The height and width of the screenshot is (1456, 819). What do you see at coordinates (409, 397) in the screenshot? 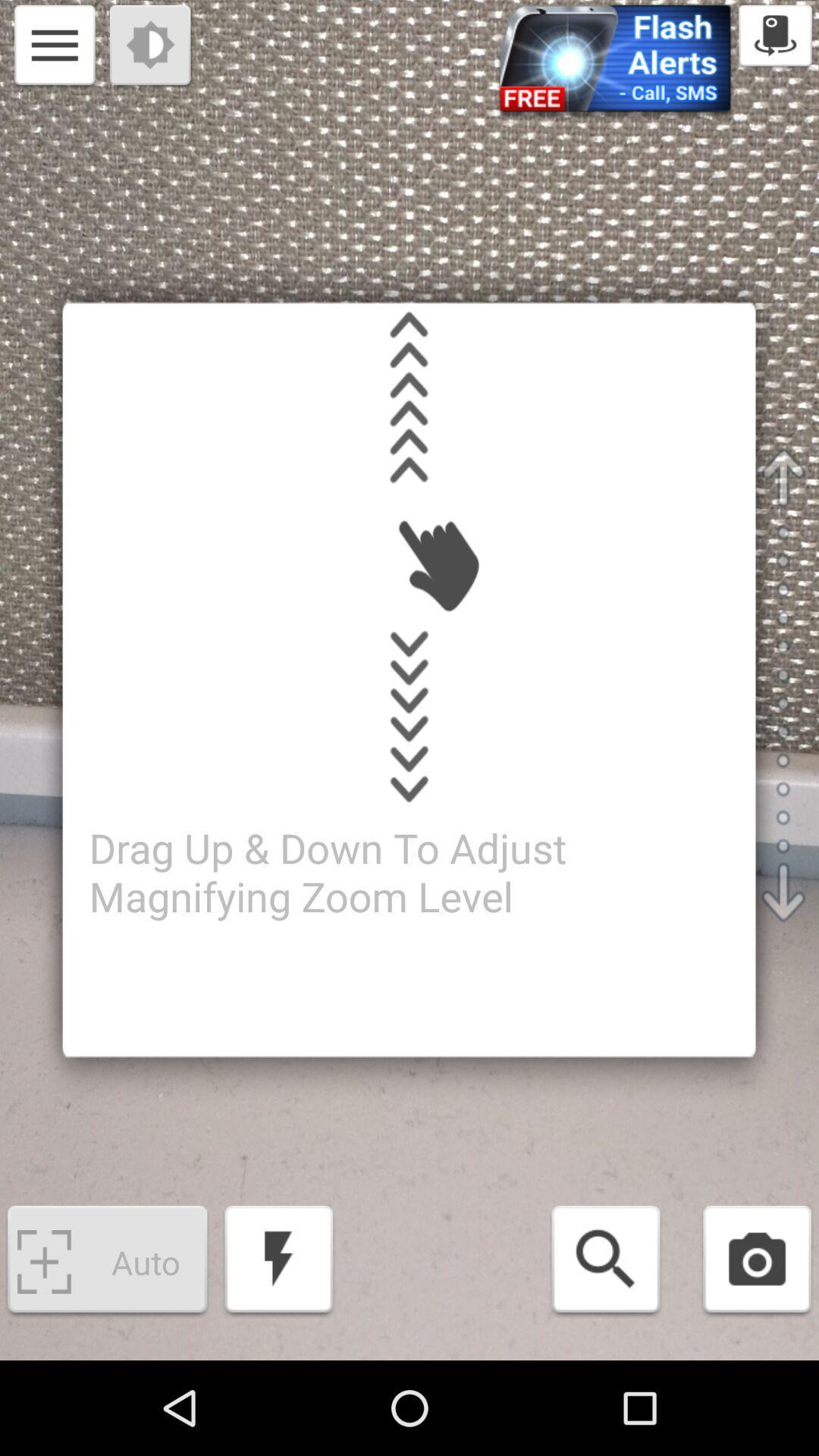
I see `drag up gesture` at bounding box center [409, 397].